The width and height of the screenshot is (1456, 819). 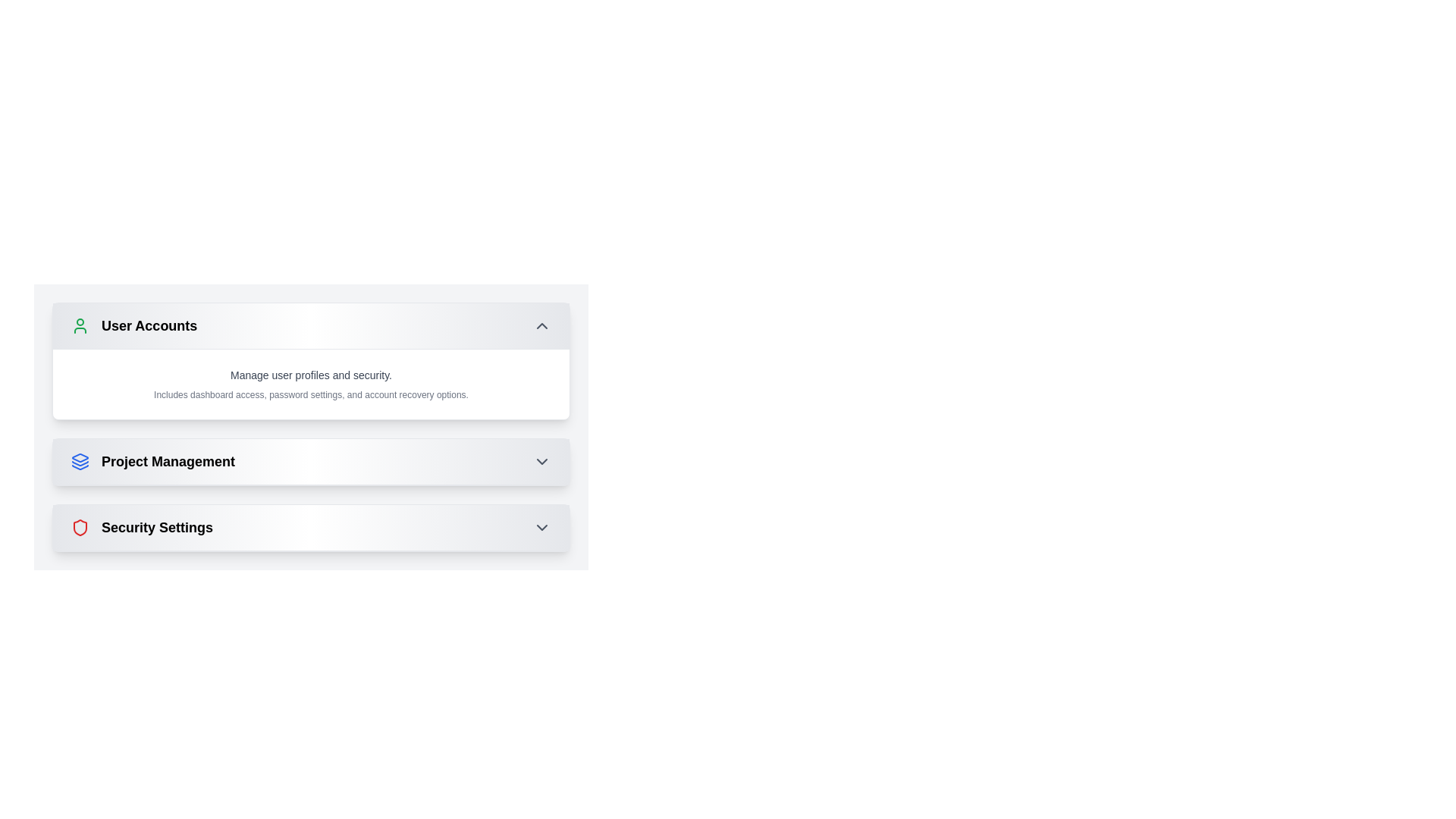 What do you see at coordinates (79, 526) in the screenshot?
I see `the security icon positioned to the far left of the 'Security Settings' section, immediately before the section title` at bounding box center [79, 526].